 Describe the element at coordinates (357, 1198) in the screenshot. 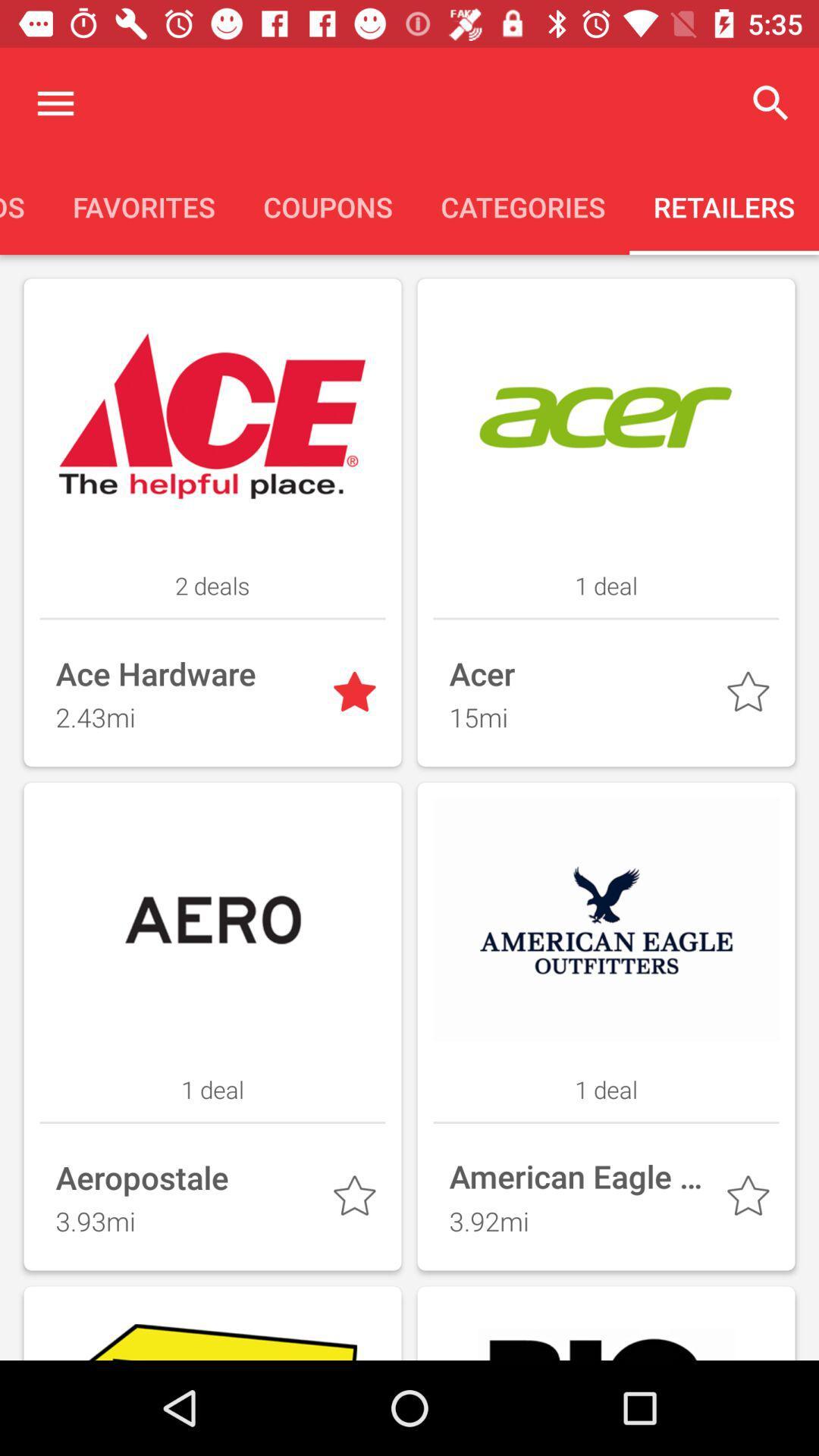

I see `button to mark retailer as favorite` at that location.